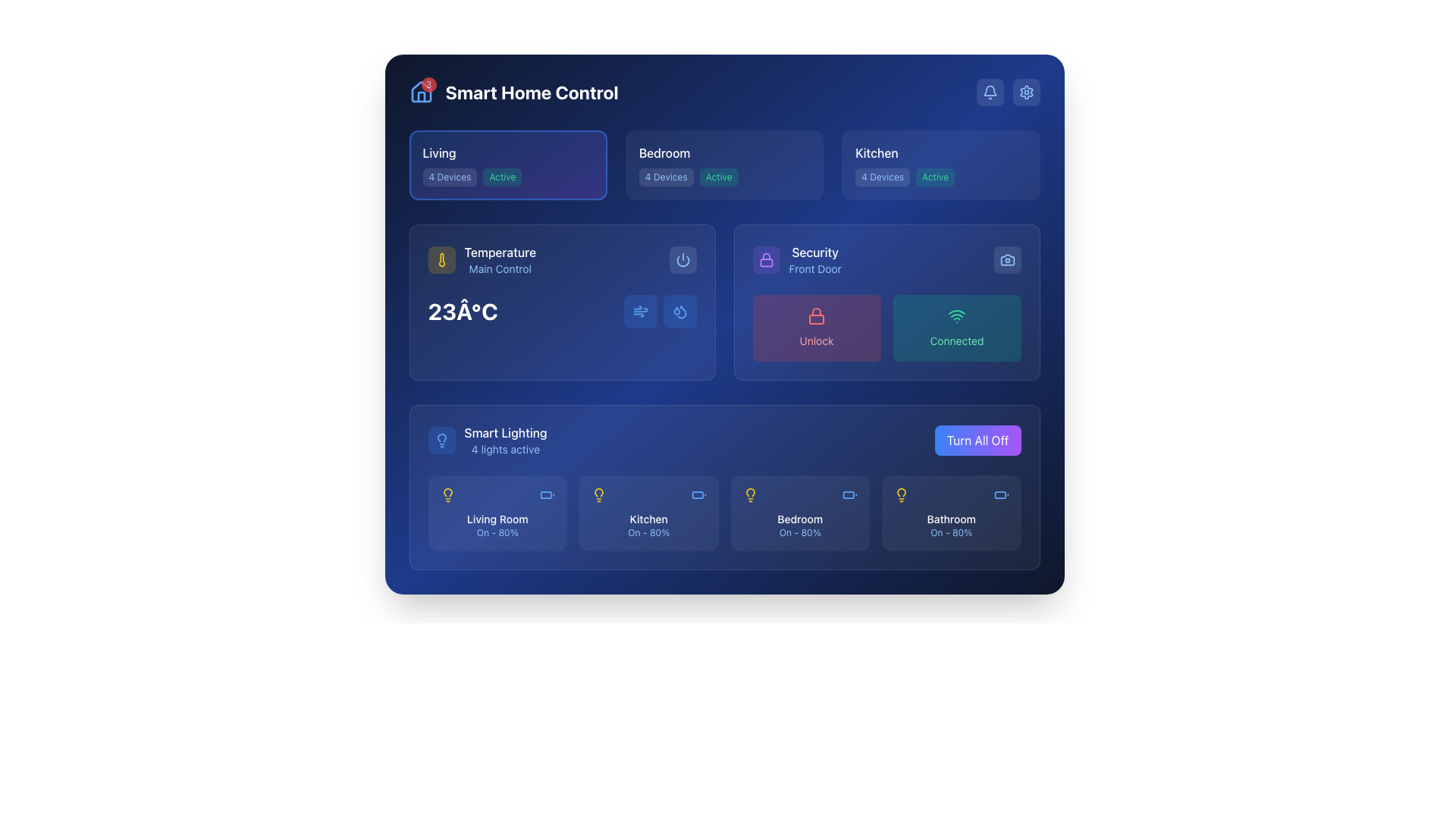 Image resolution: width=1456 pixels, height=819 pixels. What do you see at coordinates (815, 339) in the screenshot?
I see `the Text Label indicating the status of unlocking a security feature, located at the bottom of the 'Security' section, under the lock icon` at bounding box center [815, 339].